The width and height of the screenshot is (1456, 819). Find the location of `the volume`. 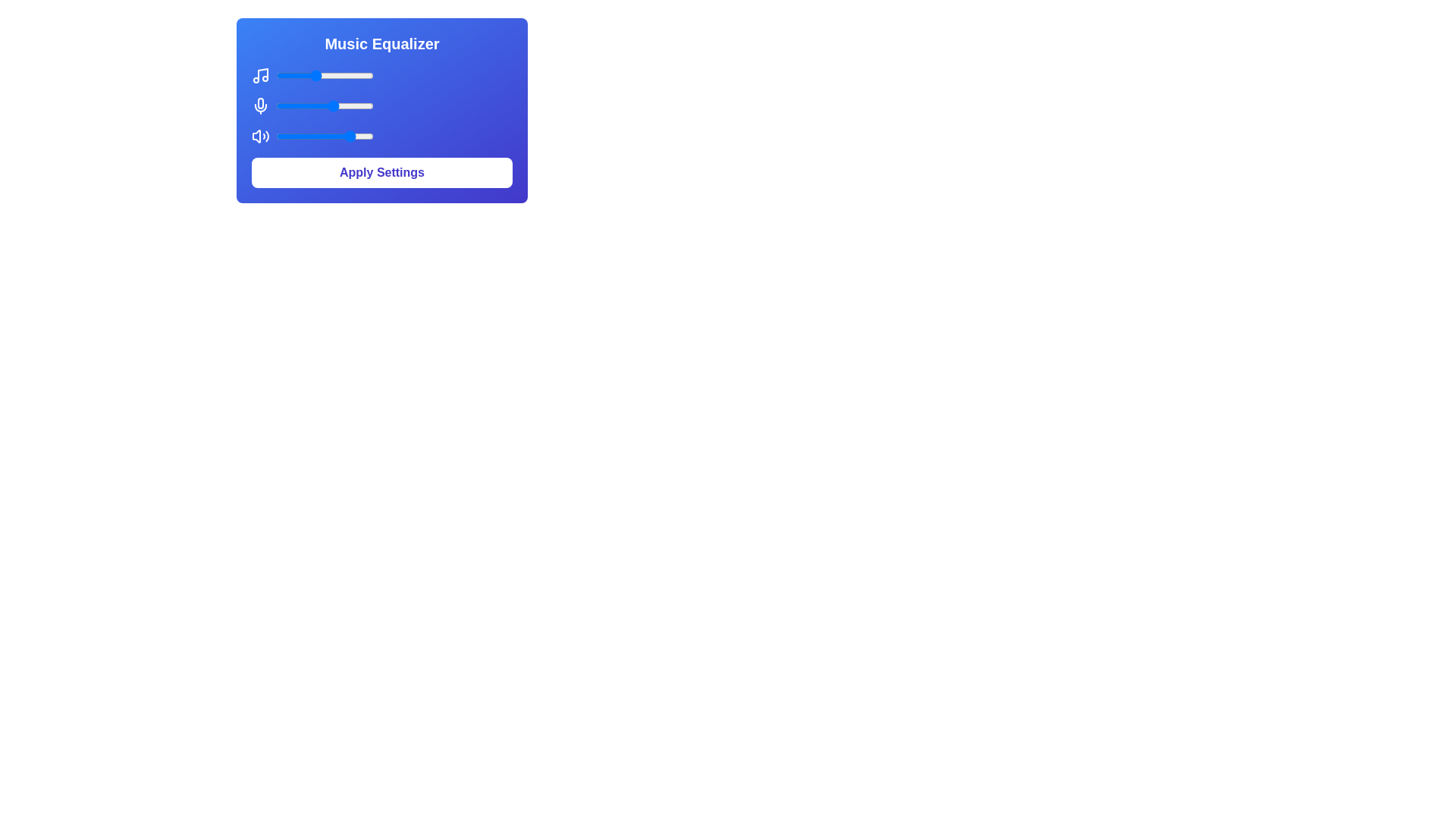

the volume is located at coordinates (344, 136).